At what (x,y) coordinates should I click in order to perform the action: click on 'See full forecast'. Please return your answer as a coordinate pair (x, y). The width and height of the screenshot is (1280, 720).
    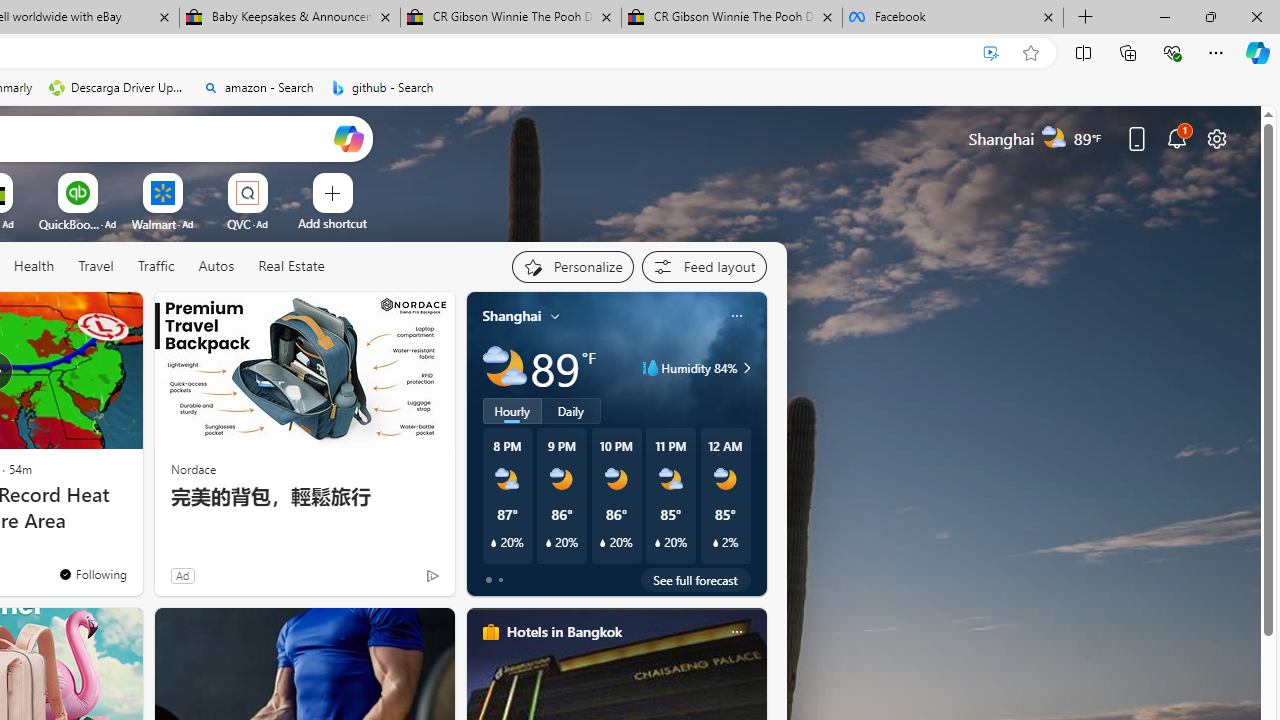
    Looking at the image, I should click on (695, 579).